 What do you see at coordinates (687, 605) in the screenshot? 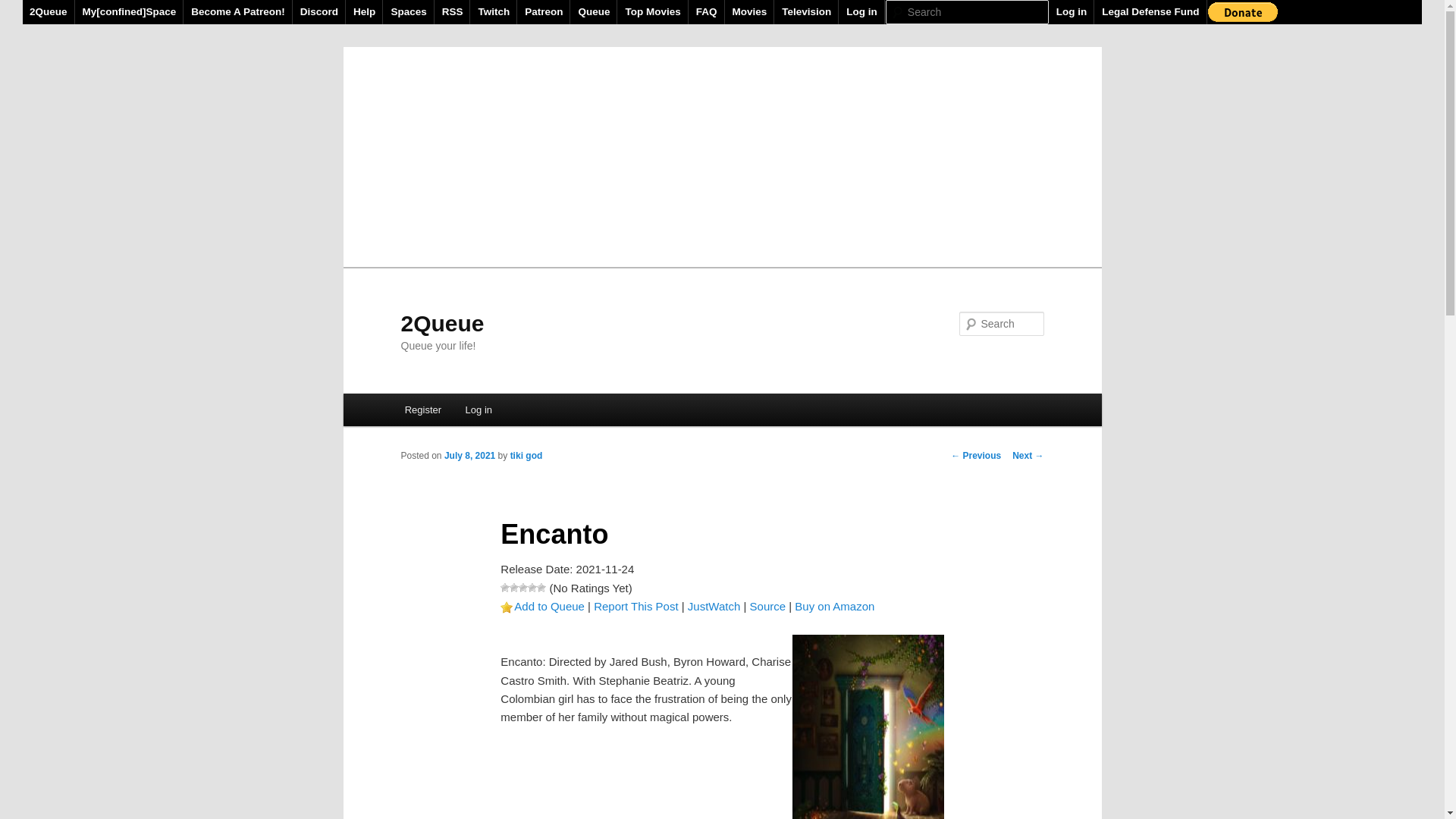
I see `'JustWatch'` at bounding box center [687, 605].